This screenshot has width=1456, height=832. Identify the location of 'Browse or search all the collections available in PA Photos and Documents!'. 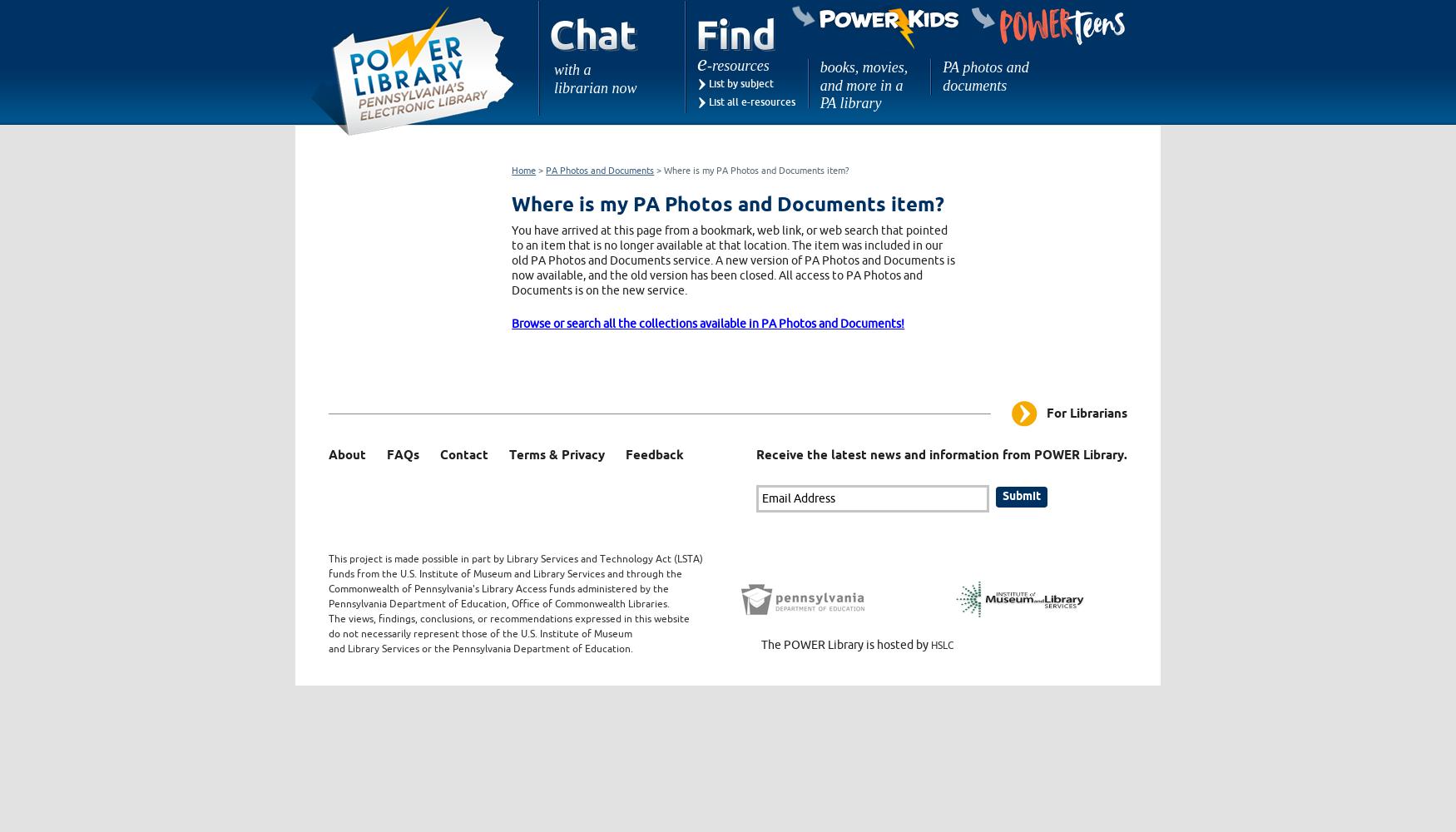
(708, 323).